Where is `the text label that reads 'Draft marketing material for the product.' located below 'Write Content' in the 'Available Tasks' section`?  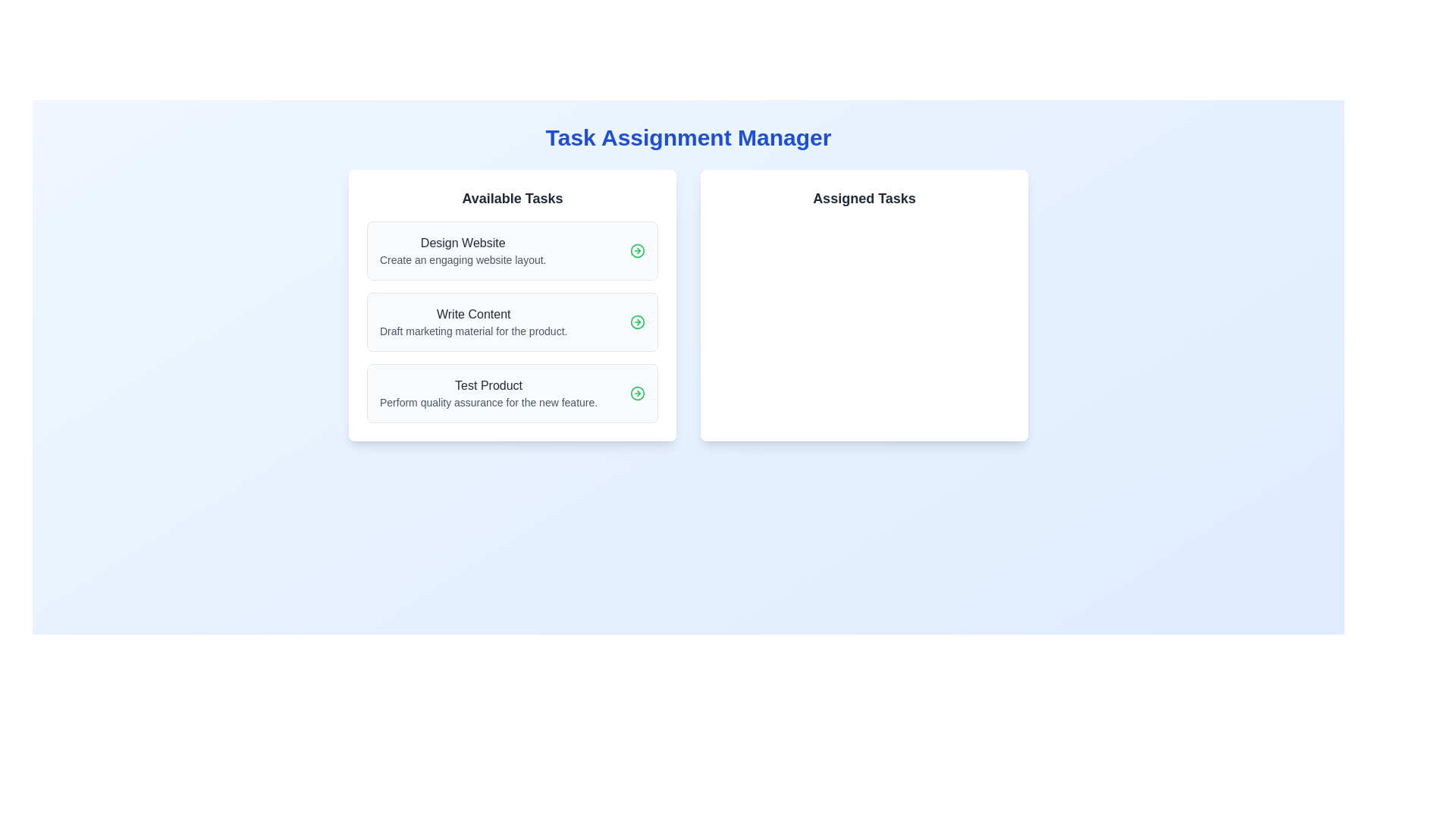 the text label that reads 'Draft marketing material for the product.' located below 'Write Content' in the 'Available Tasks' section is located at coordinates (472, 330).